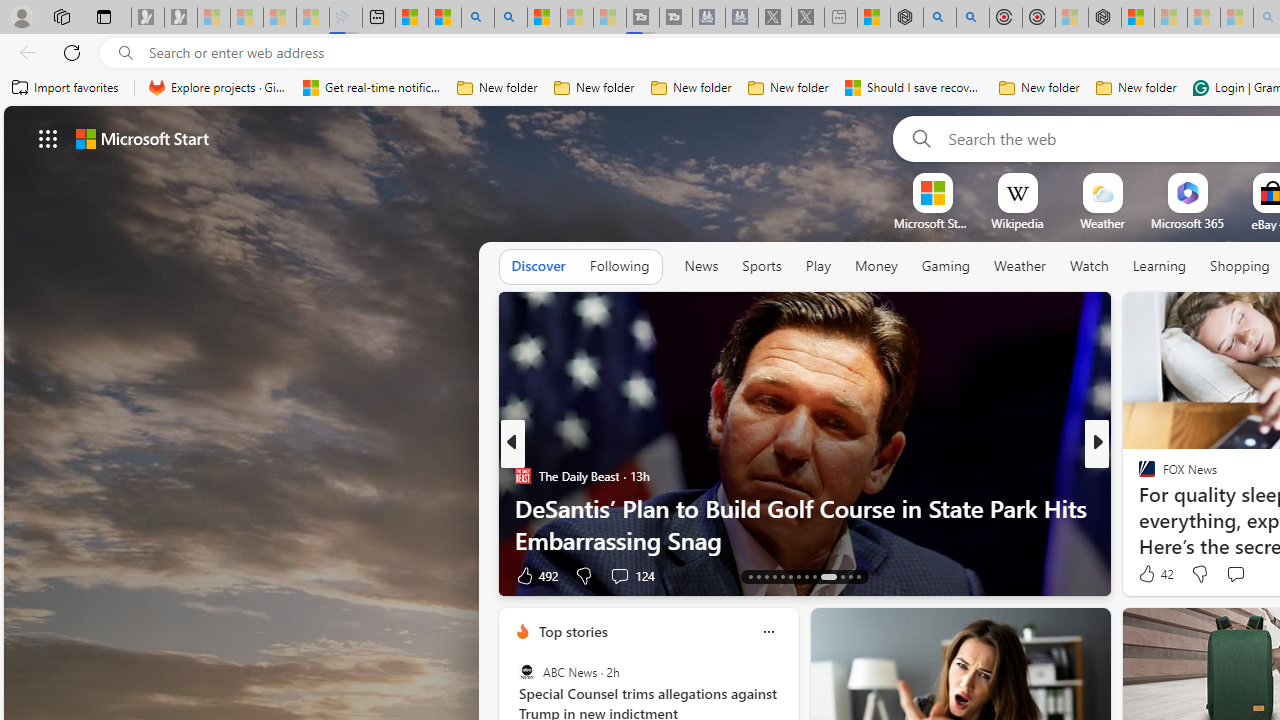 This screenshot has width=1280, height=720. Describe the element at coordinates (48, 137) in the screenshot. I see `'Class: control'` at that location.